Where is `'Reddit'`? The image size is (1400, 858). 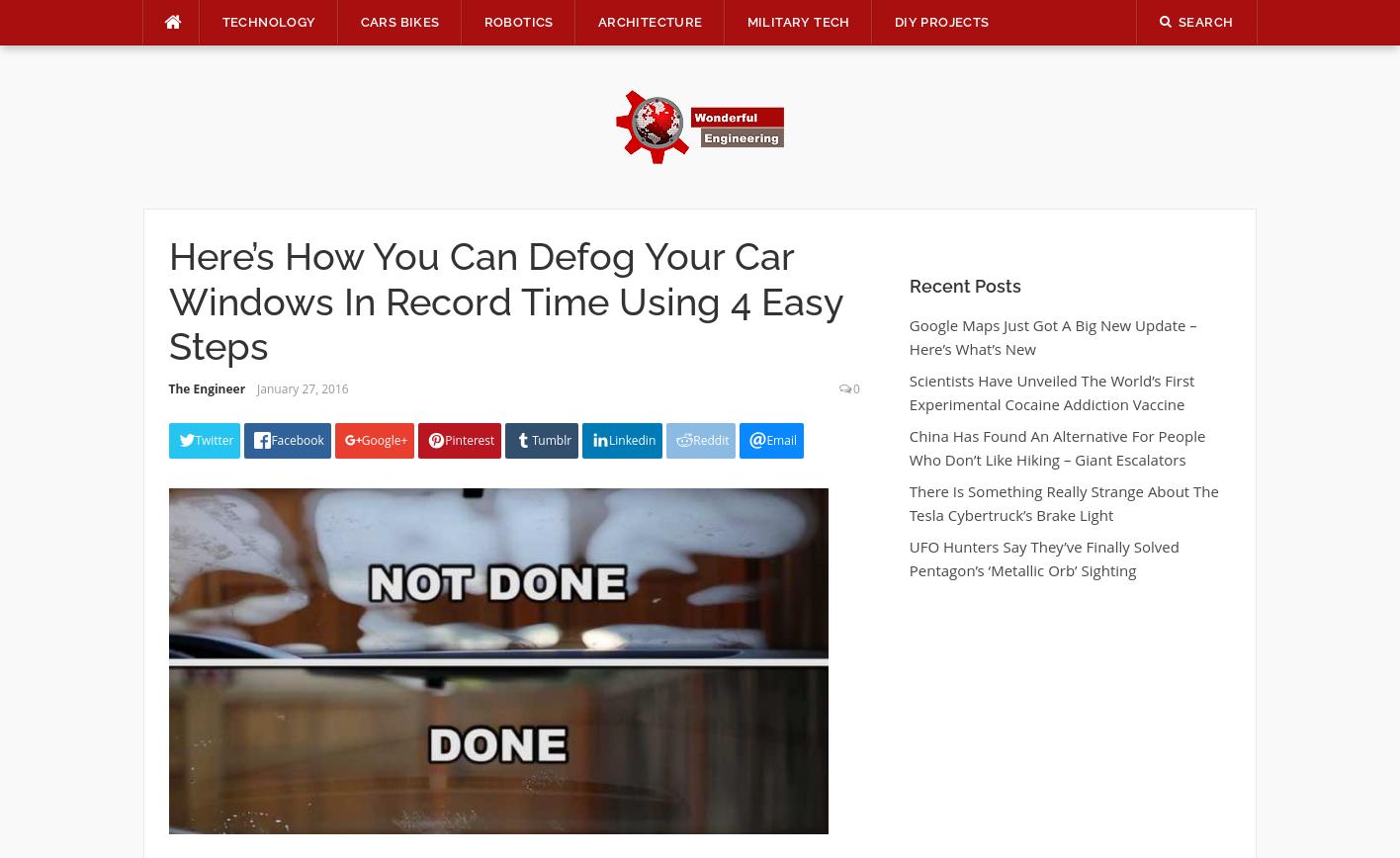 'Reddit' is located at coordinates (711, 439).